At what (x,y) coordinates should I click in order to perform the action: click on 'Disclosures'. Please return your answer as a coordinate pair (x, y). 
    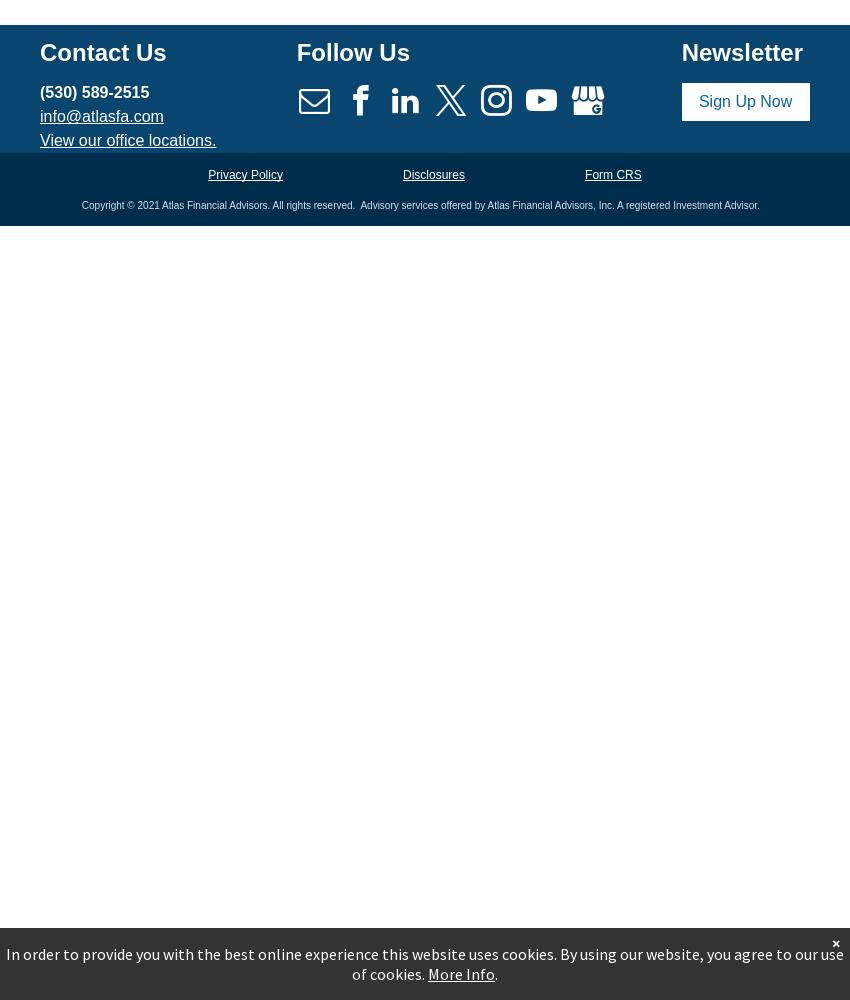
    Looking at the image, I should click on (402, 174).